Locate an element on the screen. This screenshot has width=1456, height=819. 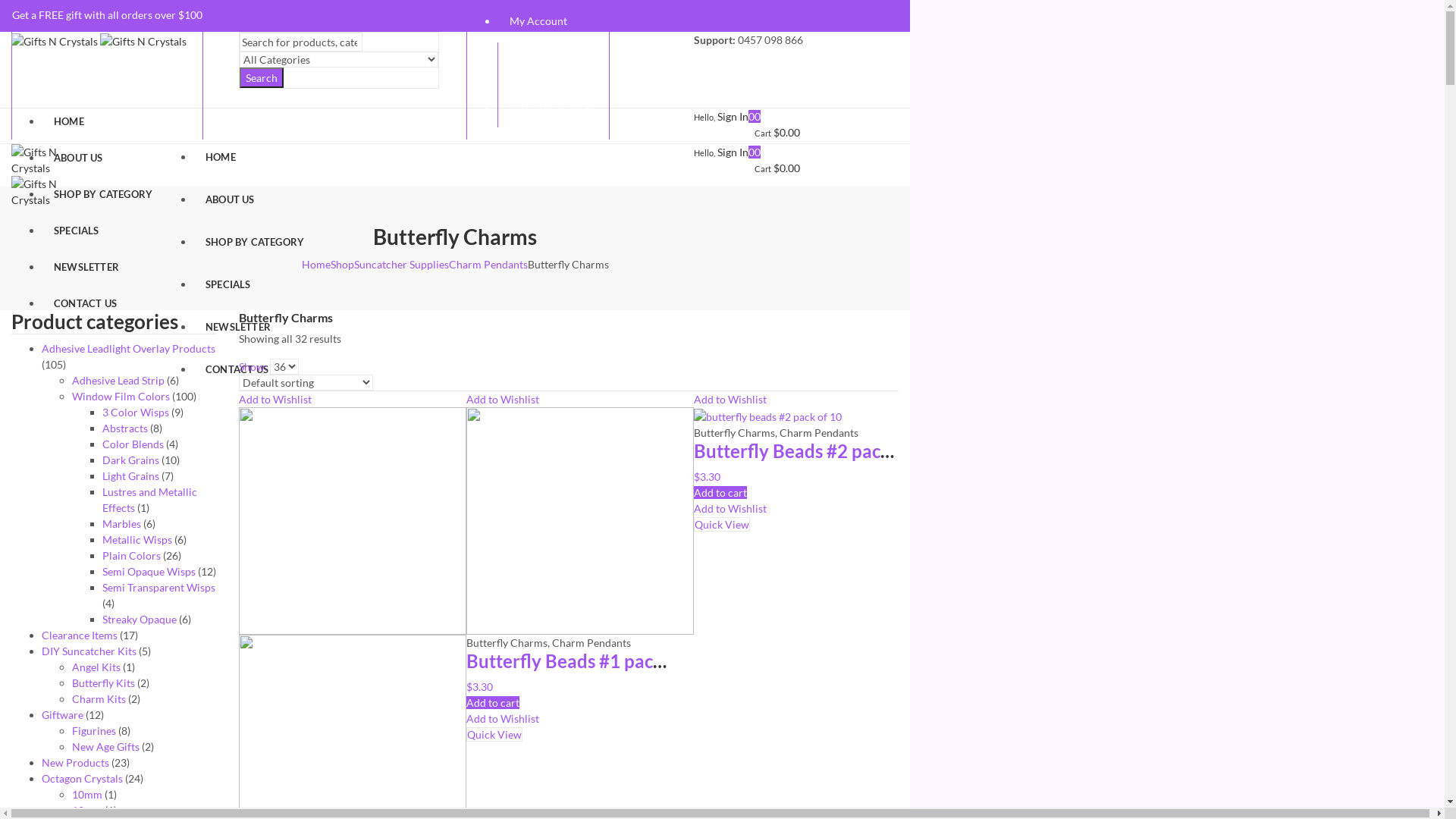
'Figurines' is located at coordinates (93, 730).